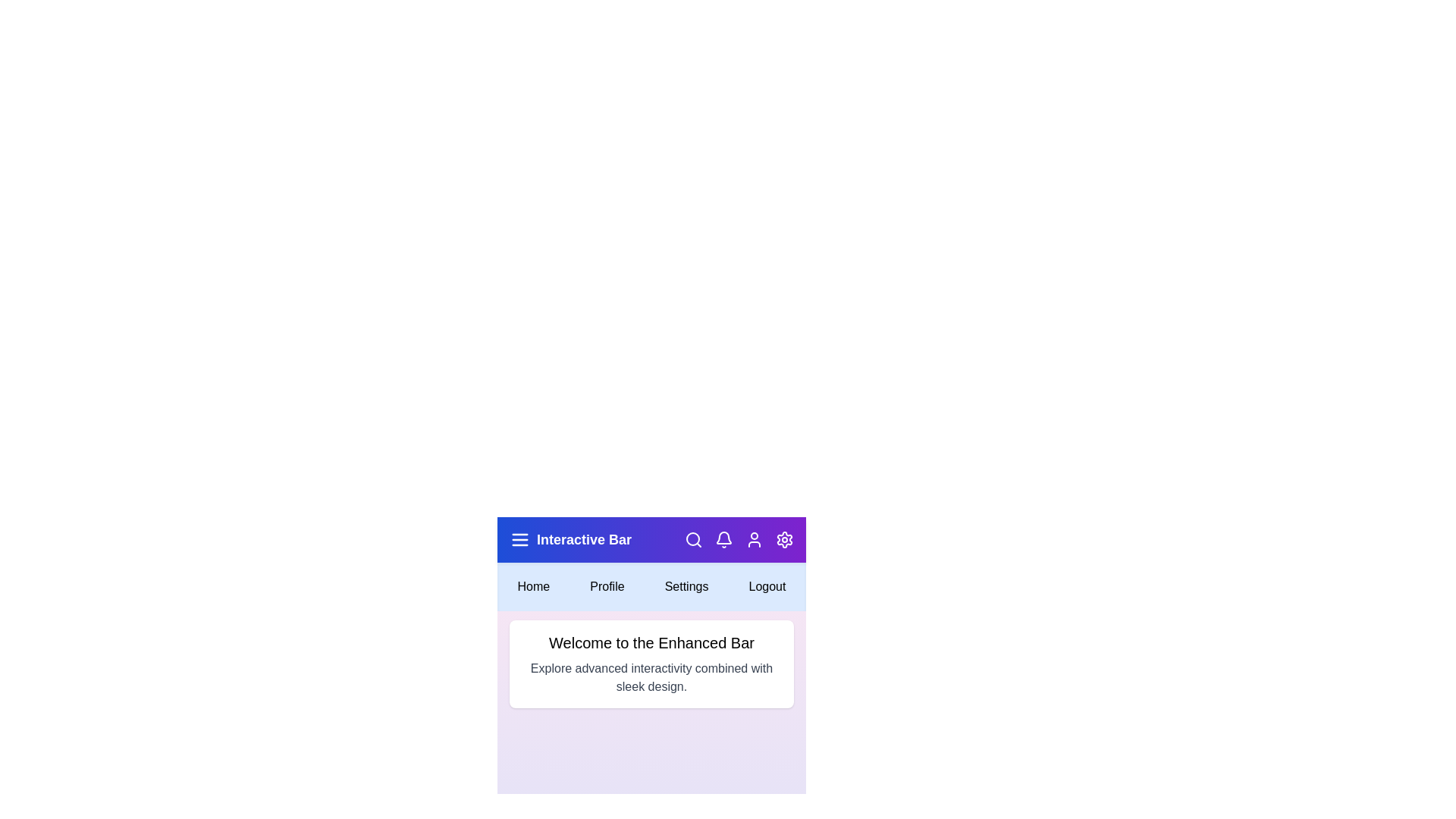 This screenshot has width=1456, height=819. Describe the element at coordinates (607, 586) in the screenshot. I see `the 'Profile' menu item in the navigation bar` at that location.